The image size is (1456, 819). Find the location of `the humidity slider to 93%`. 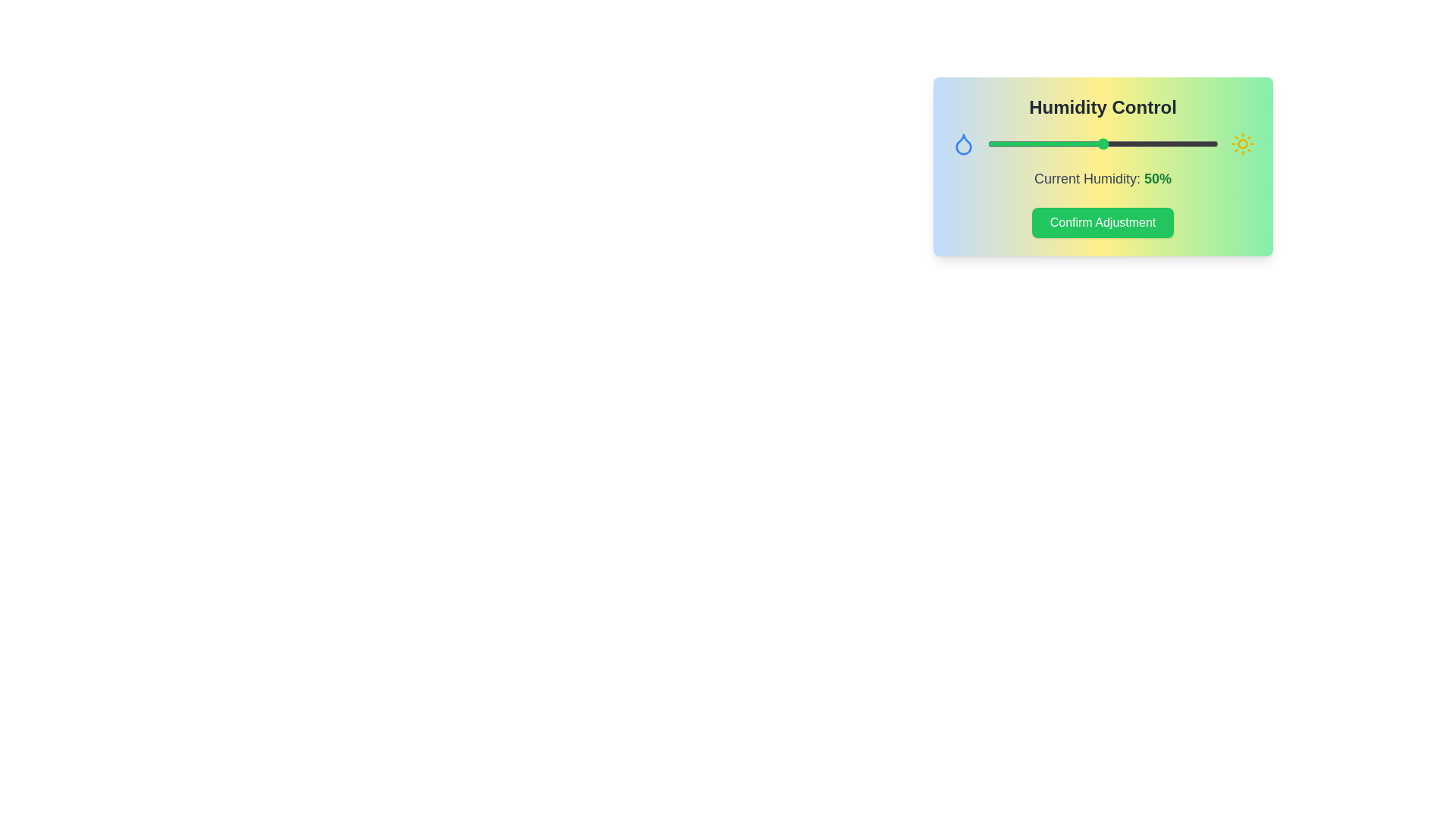

the humidity slider to 93% is located at coordinates (1201, 143).